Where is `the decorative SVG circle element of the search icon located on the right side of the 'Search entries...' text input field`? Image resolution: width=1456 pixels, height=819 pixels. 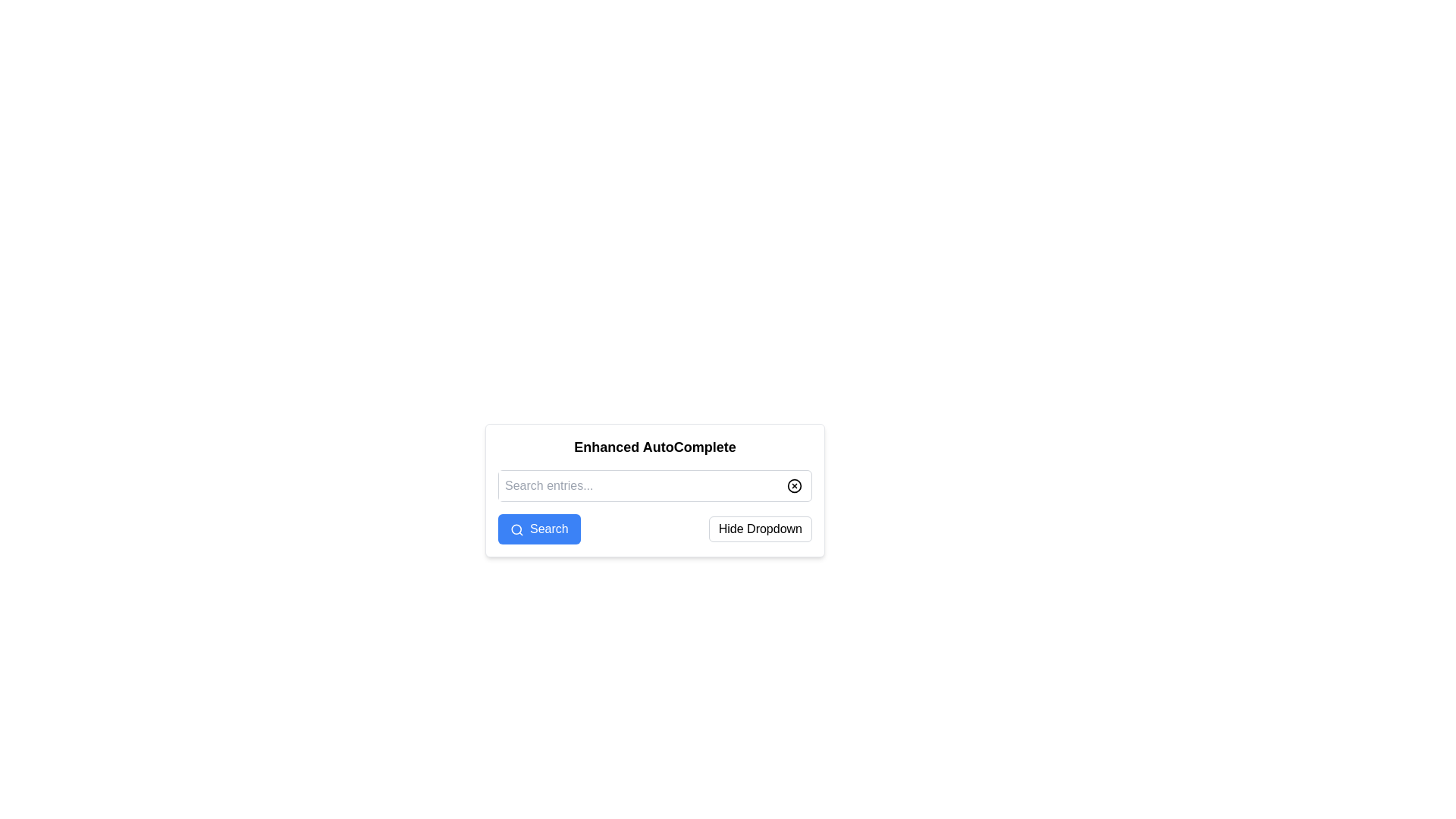 the decorative SVG circle element of the search icon located on the right side of the 'Search entries...' text input field is located at coordinates (516, 529).